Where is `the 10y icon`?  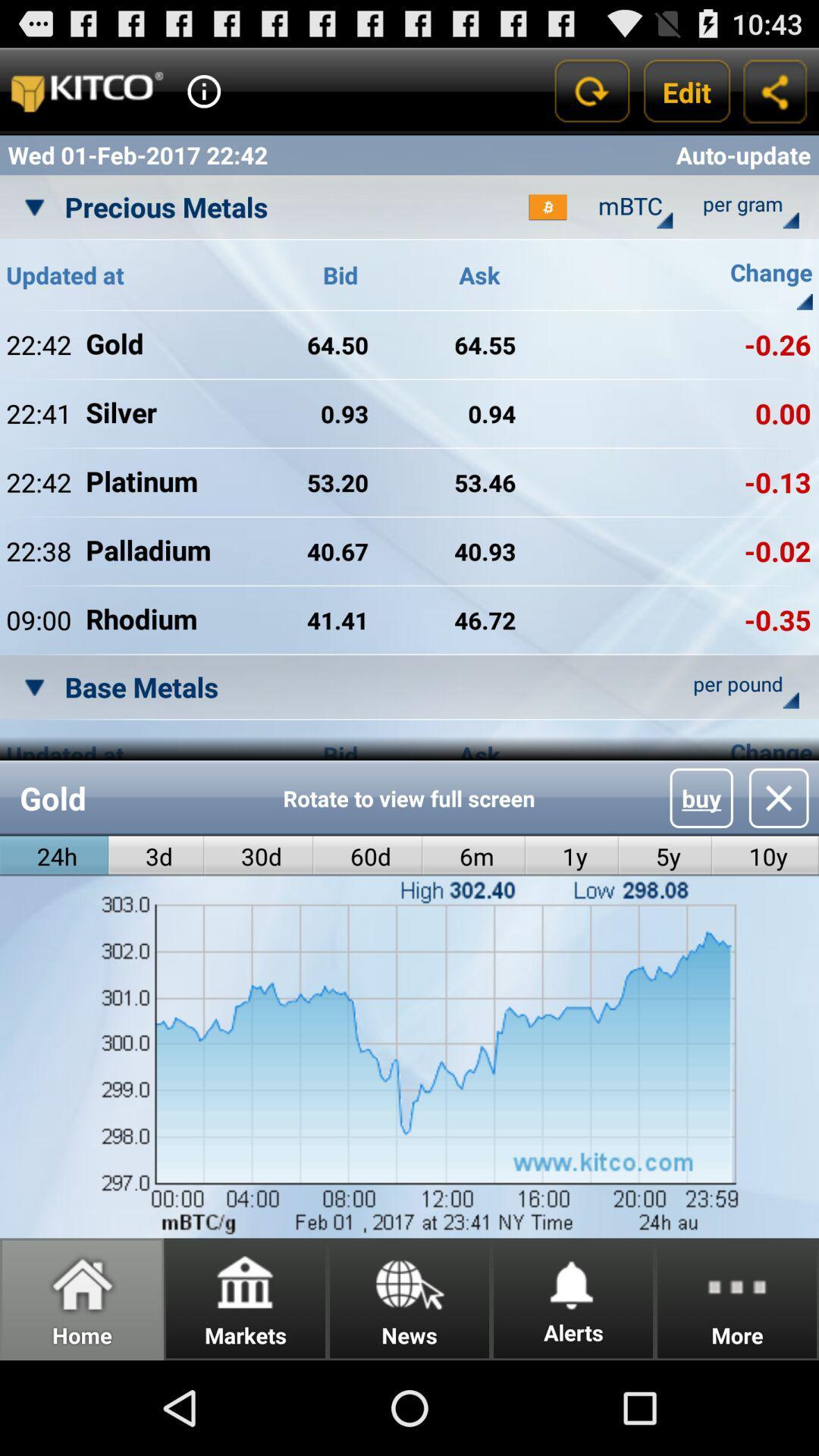 the 10y icon is located at coordinates (765, 856).